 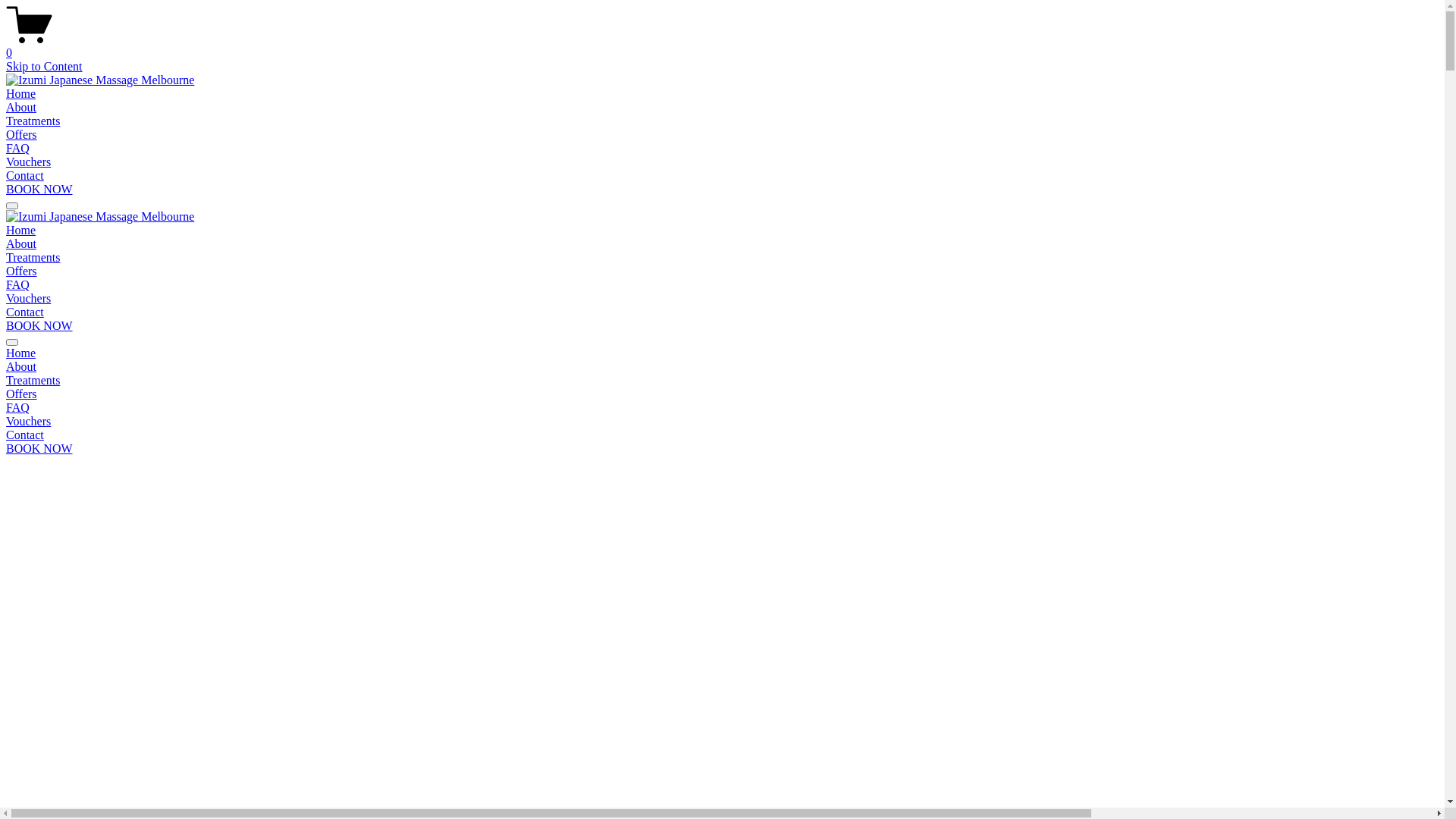 I want to click on 'Vouchers', so click(x=28, y=298).